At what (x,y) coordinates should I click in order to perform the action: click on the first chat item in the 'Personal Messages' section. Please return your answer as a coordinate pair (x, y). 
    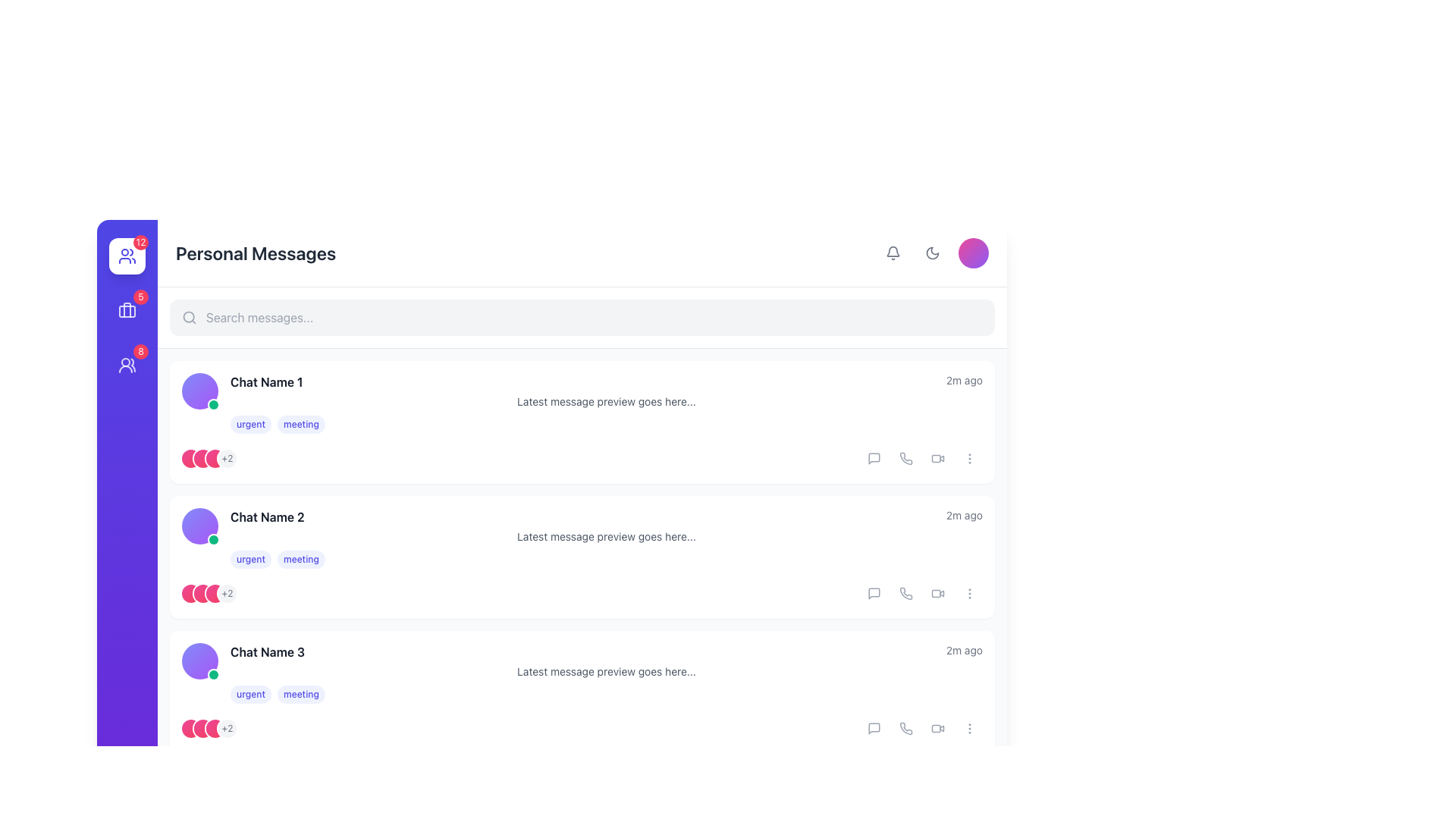
    Looking at the image, I should click on (582, 403).